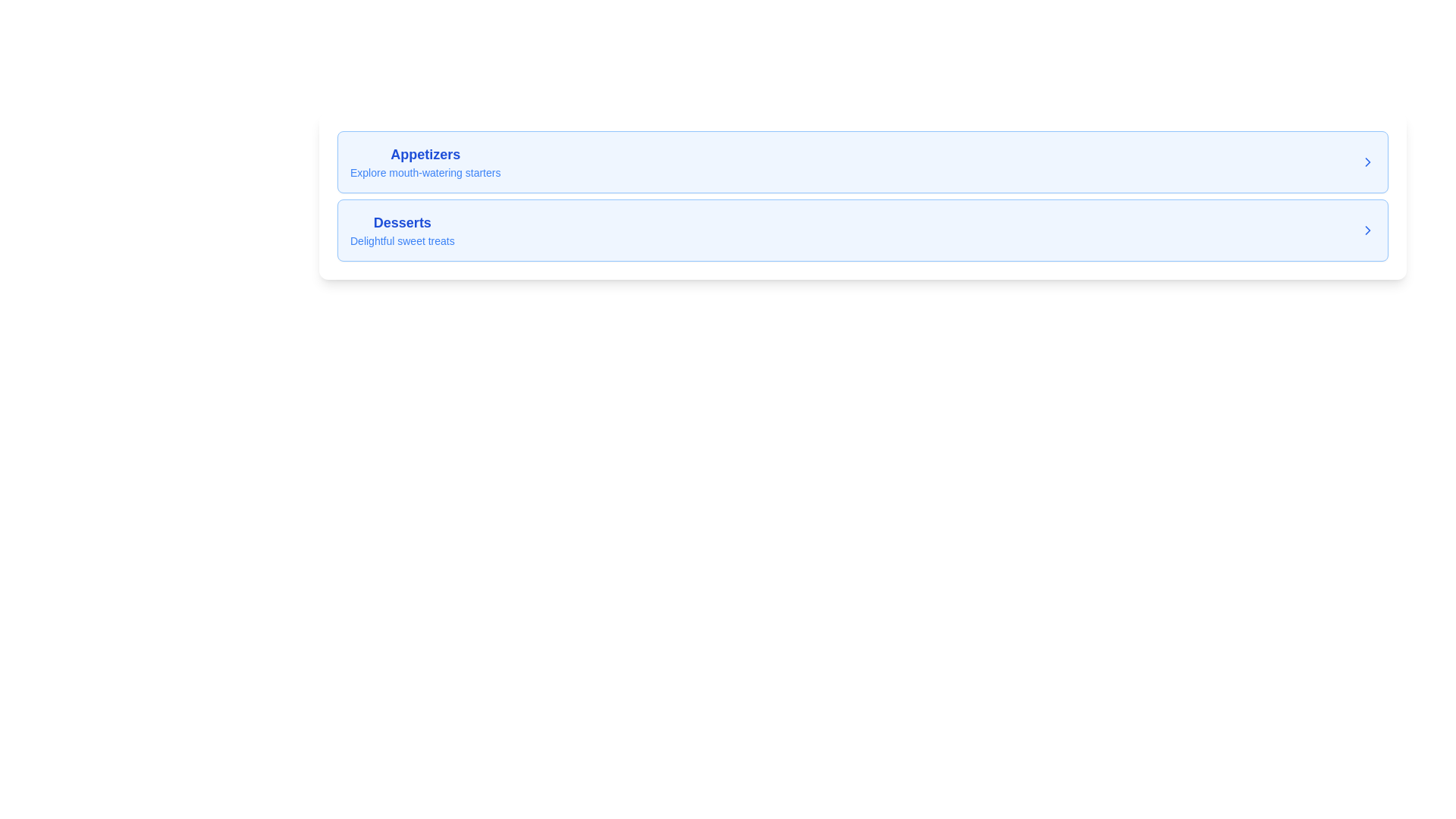  What do you see at coordinates (425, 162) in the screenshot?
I see `the category header for appetizers, which is the first menu entry in a vertical list, situated above the 'Desserts' item` at bounding box center [425, 162].